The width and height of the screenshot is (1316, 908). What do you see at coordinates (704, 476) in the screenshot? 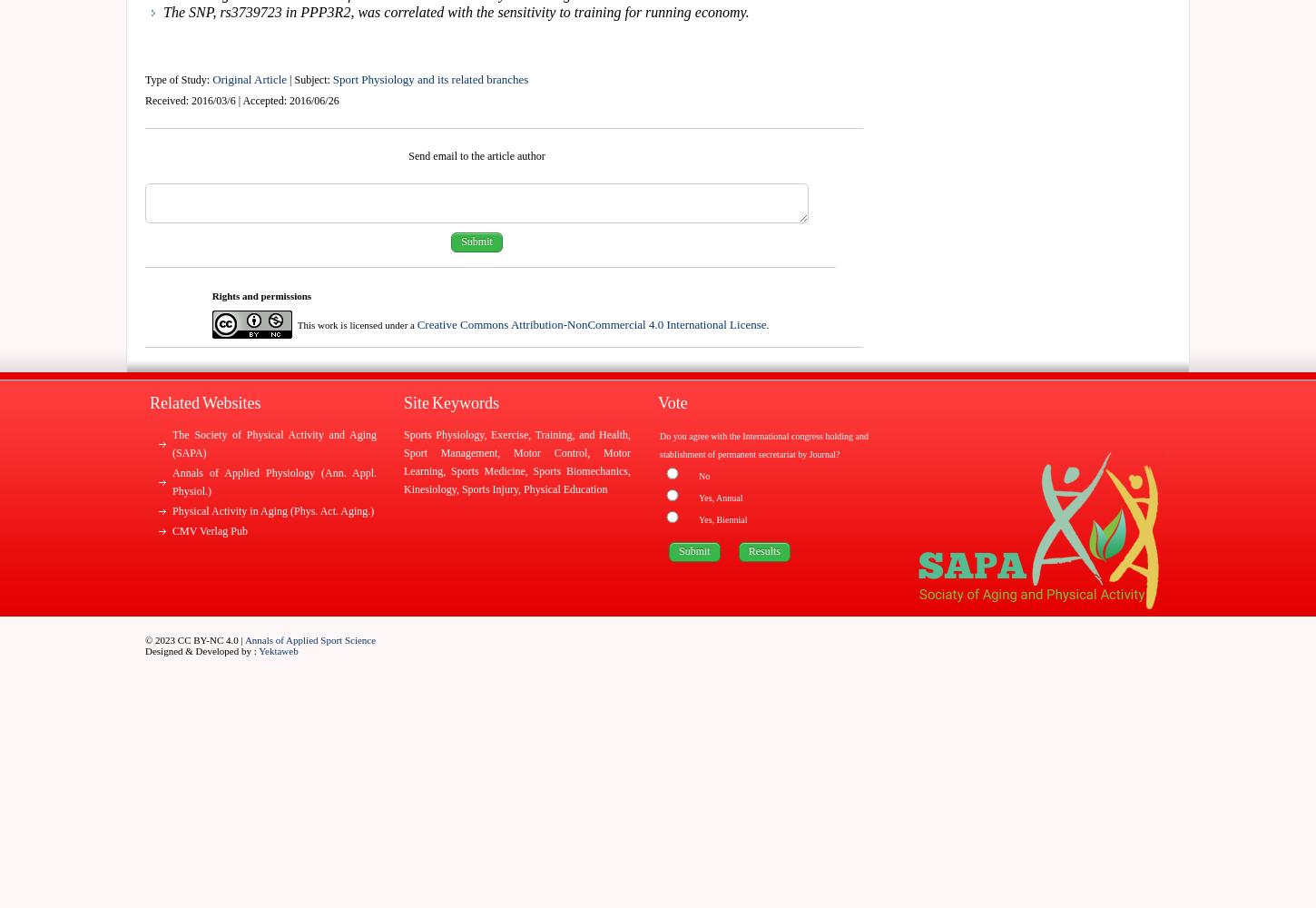
I see `'No'` at bounding box center [704, 476].